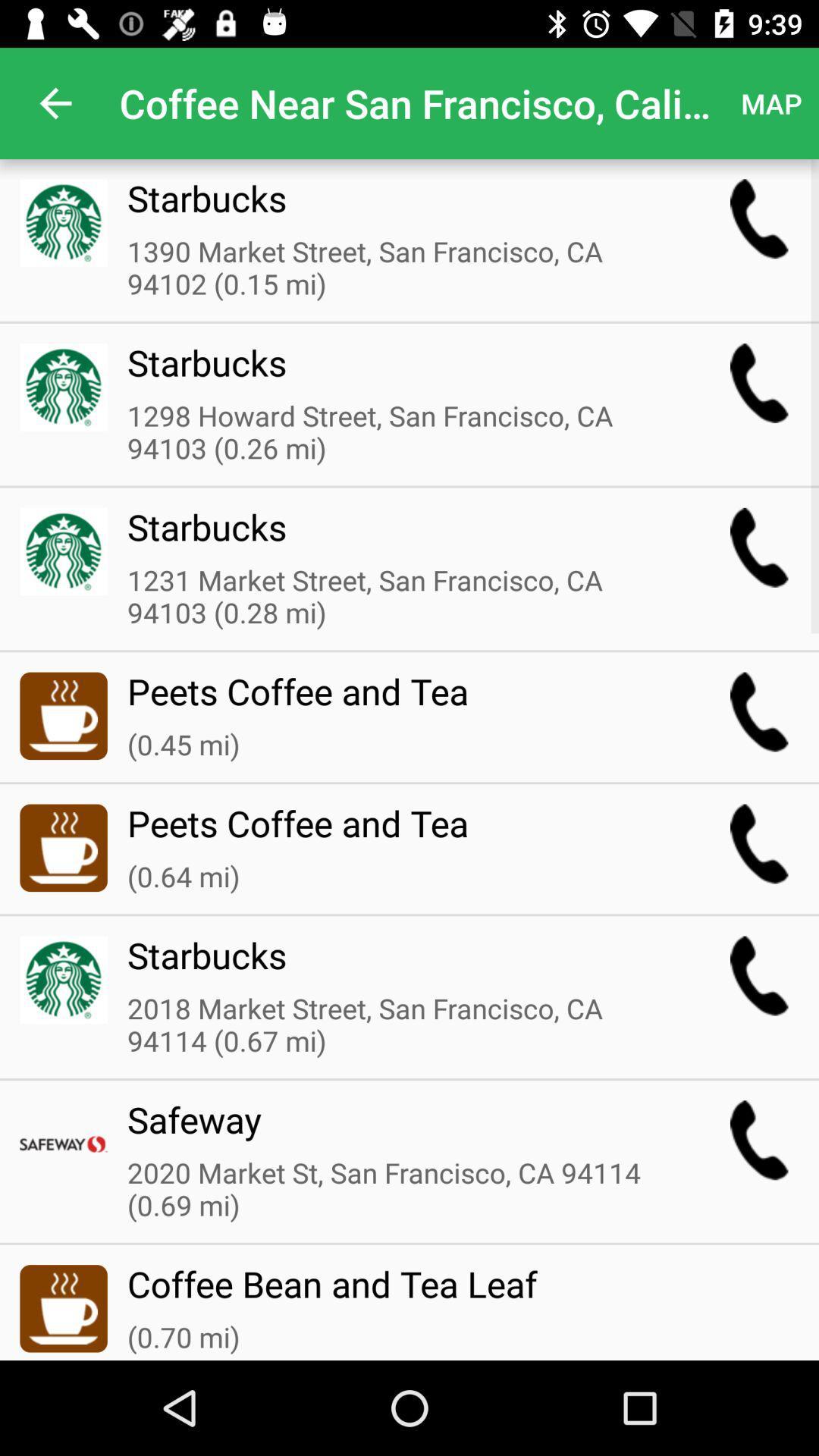 This screenshot has width=819, height=1456. What do you see at coordinates (397, 432) in the screenshot?
I see `the 1298 howard street icon` at bounding box center [397, 432].